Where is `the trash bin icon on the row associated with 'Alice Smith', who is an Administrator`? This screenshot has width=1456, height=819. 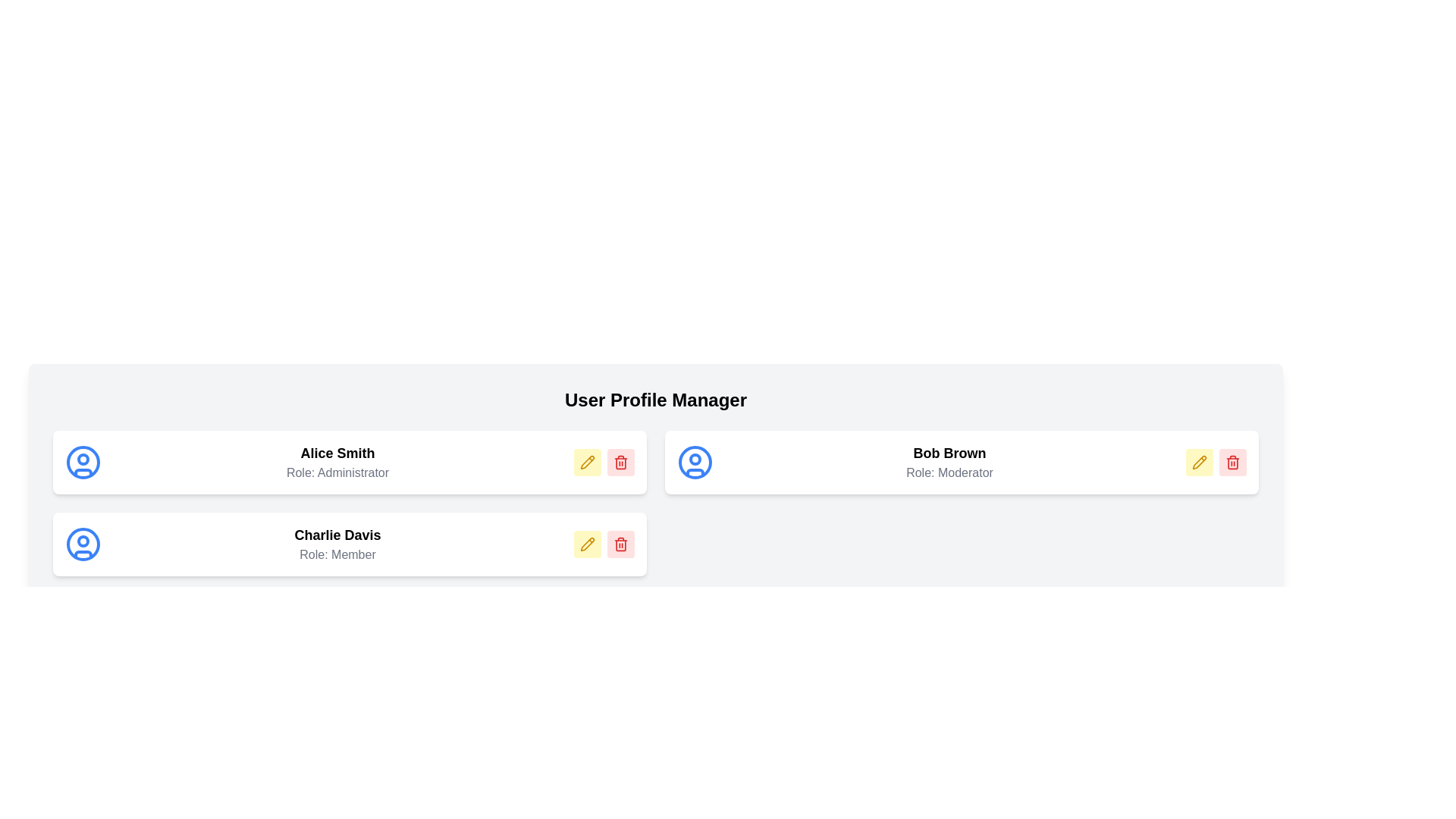
the trash bin icon on the row associated with 'Alice Smith', who is an Administrator is located at coordinates (621, 461).